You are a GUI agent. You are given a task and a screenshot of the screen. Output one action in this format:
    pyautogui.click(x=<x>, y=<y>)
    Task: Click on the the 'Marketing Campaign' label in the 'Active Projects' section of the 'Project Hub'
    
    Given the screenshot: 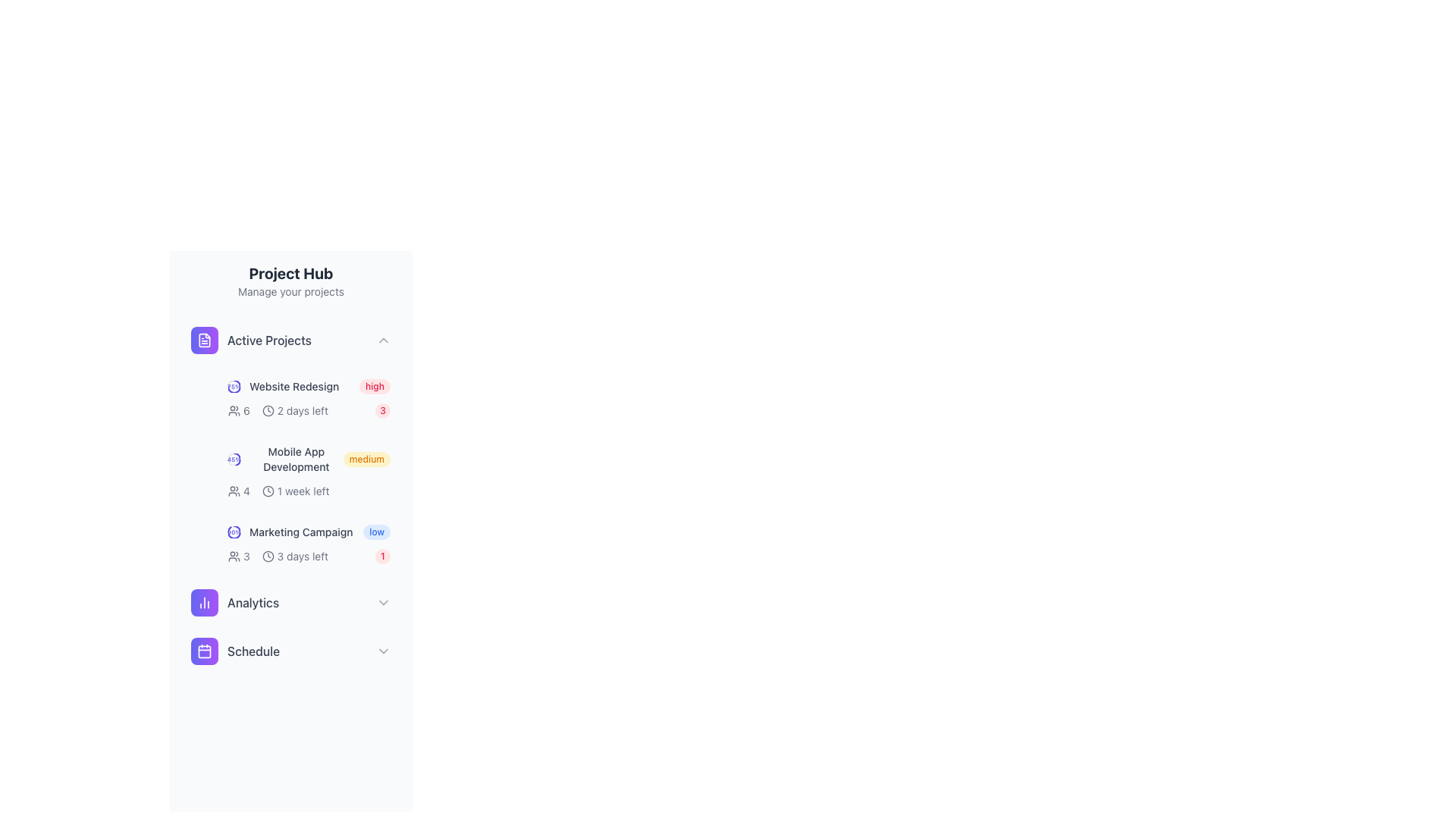 What is the action you would take?
    pyautogui.click(x=290, y=532)
    